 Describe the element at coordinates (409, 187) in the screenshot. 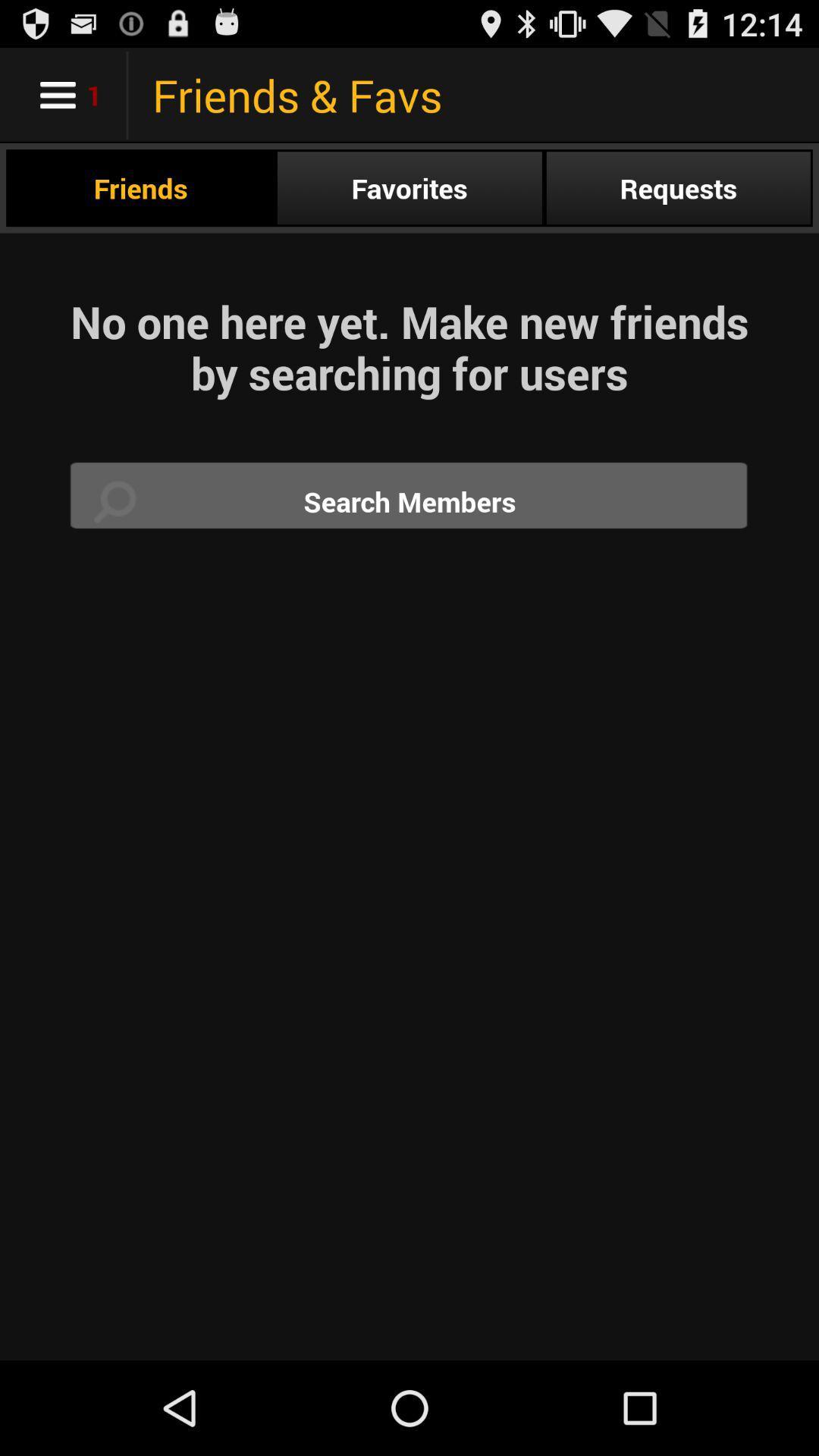

I see `the favorites item` at that location.